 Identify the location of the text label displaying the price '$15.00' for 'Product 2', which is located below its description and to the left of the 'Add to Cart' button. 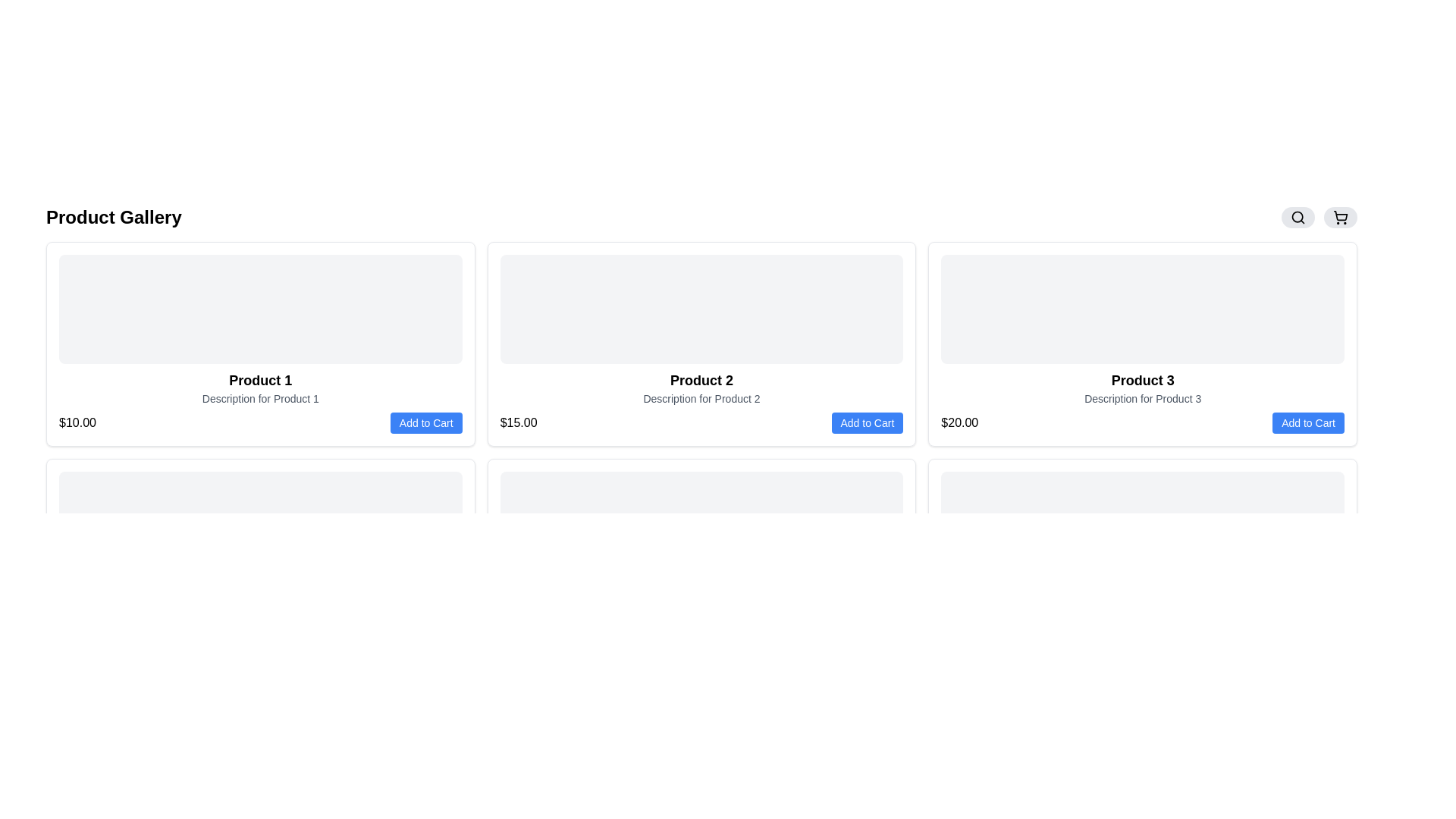
(519, 423).